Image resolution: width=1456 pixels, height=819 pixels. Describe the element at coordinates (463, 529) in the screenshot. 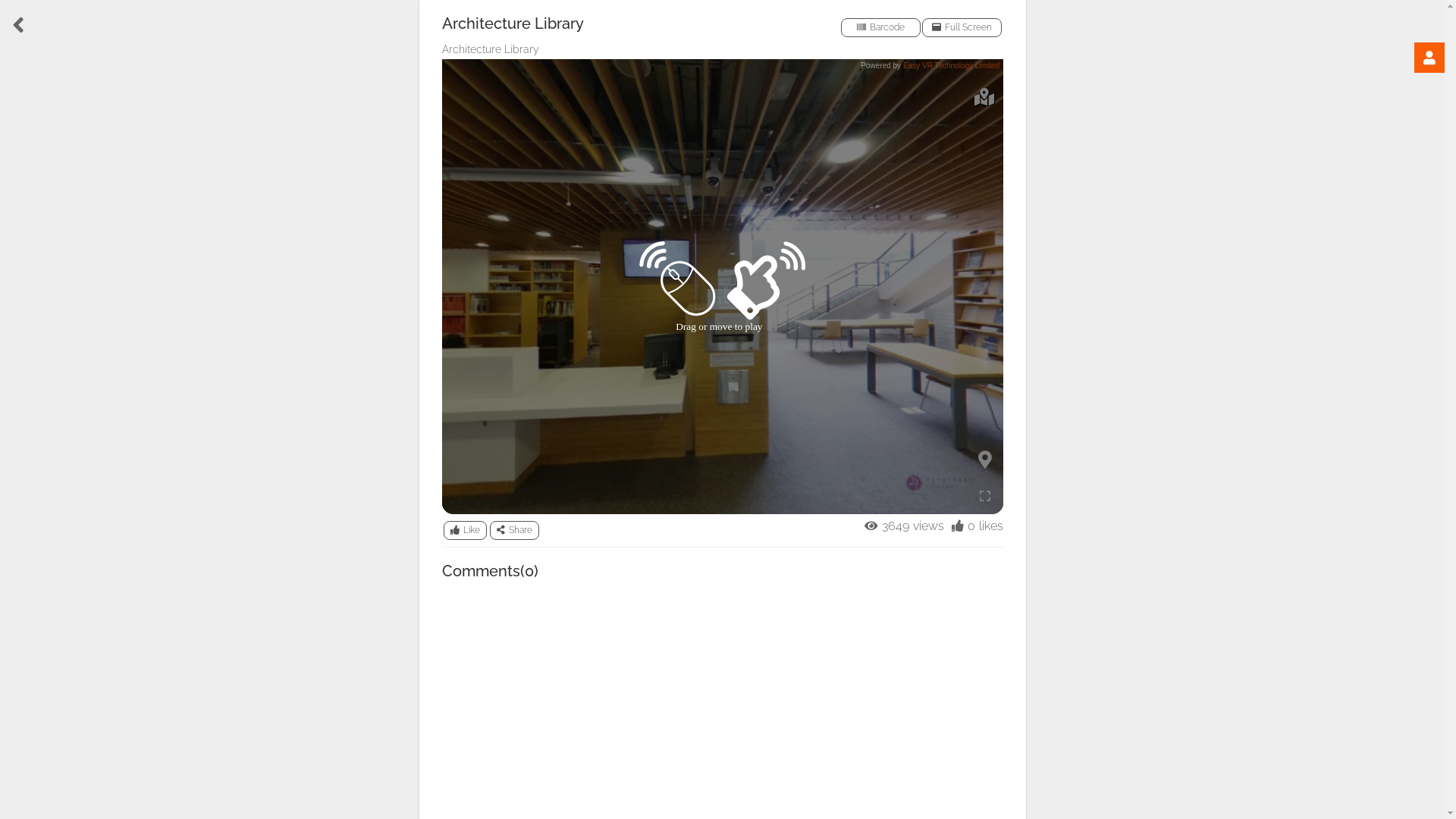

I see `'Like'` at that location.